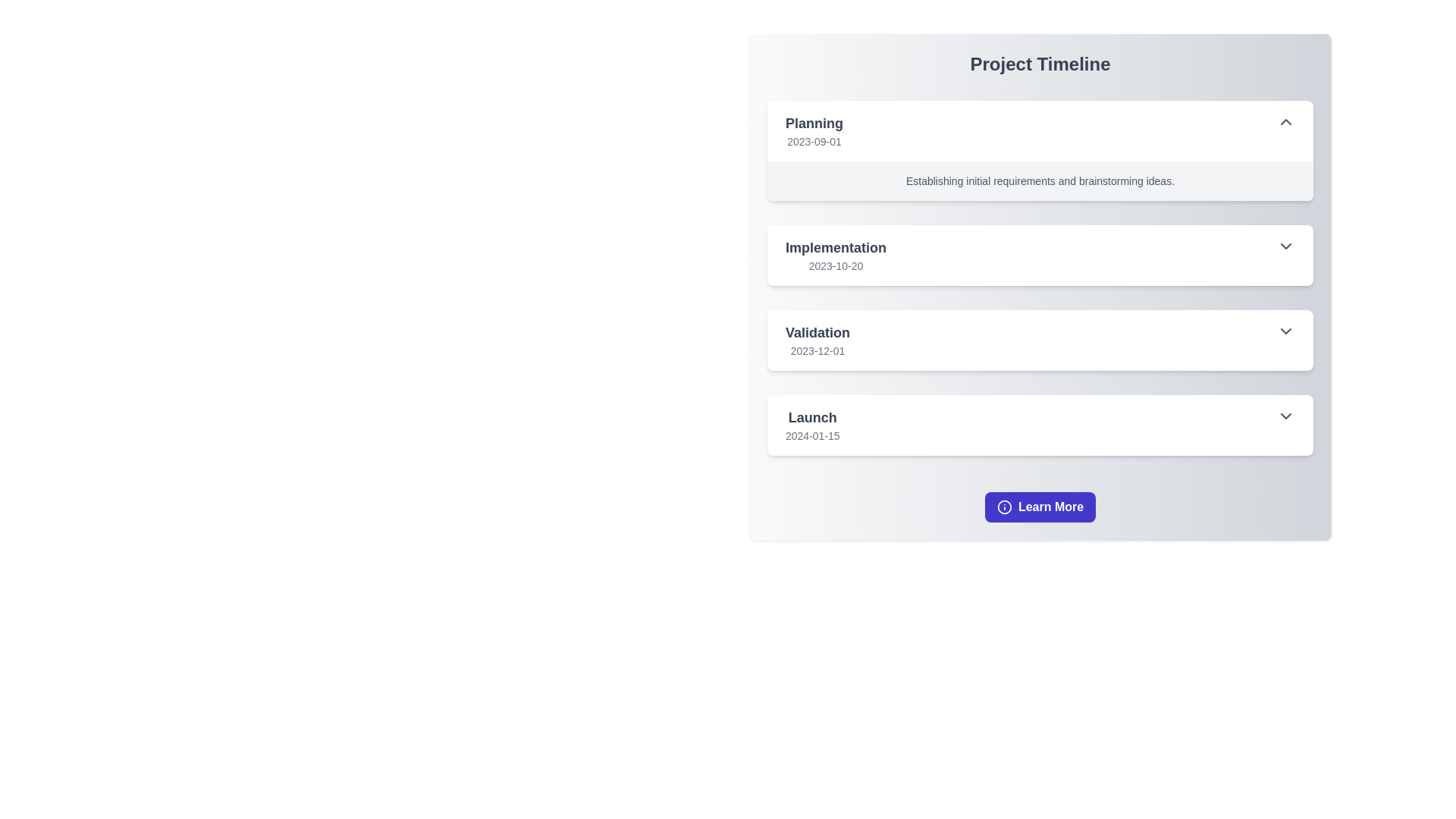  Describe the element at coordinates (811, 418) in the screenshot. I see `the text label summarizing the event 'Launch' located at the bottom of the vertical timeline` at that location.